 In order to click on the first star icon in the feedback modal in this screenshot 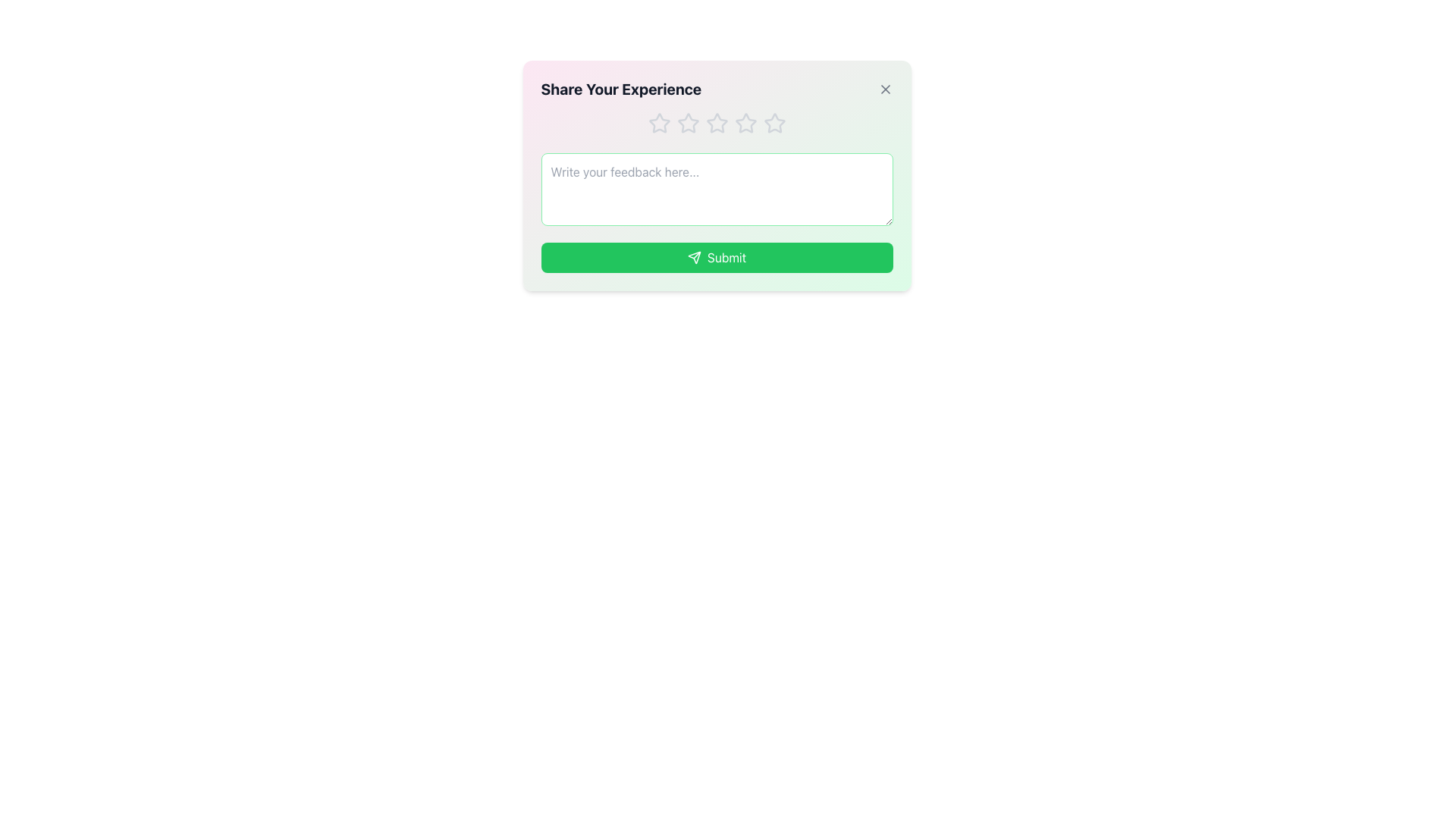, I will do `click(659, 122)`.